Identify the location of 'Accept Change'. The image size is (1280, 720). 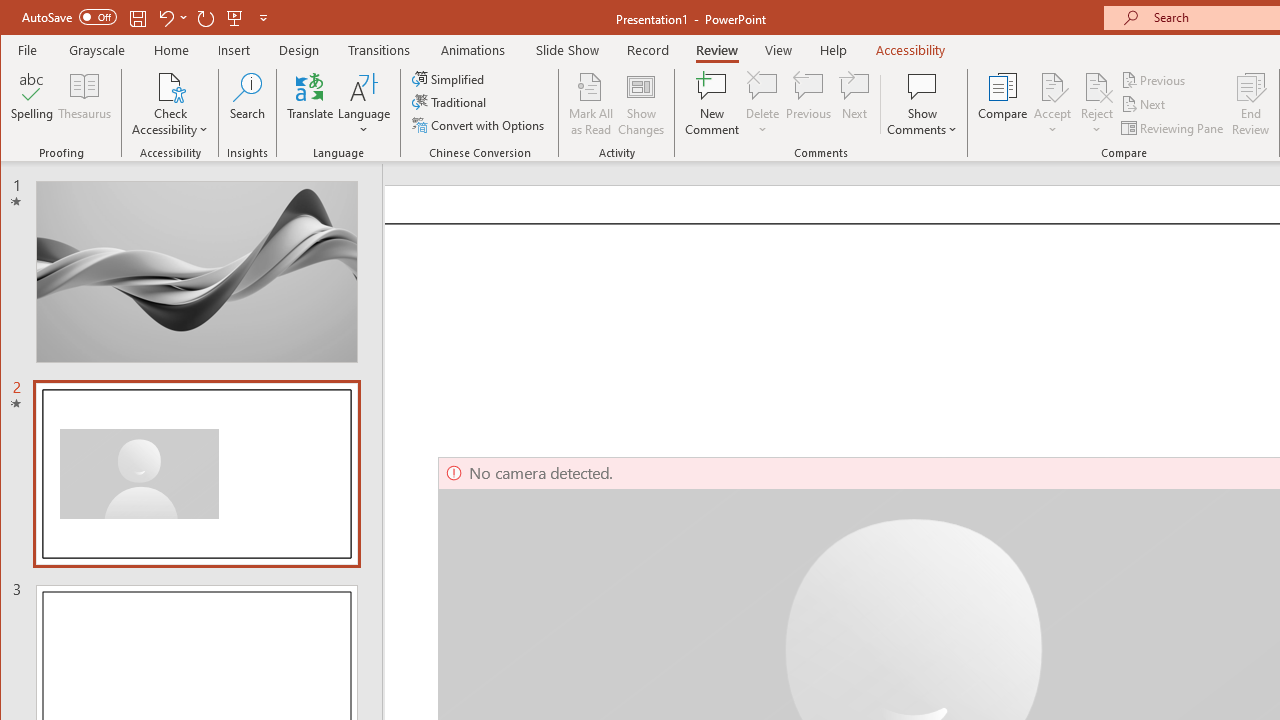
(1051, 85).